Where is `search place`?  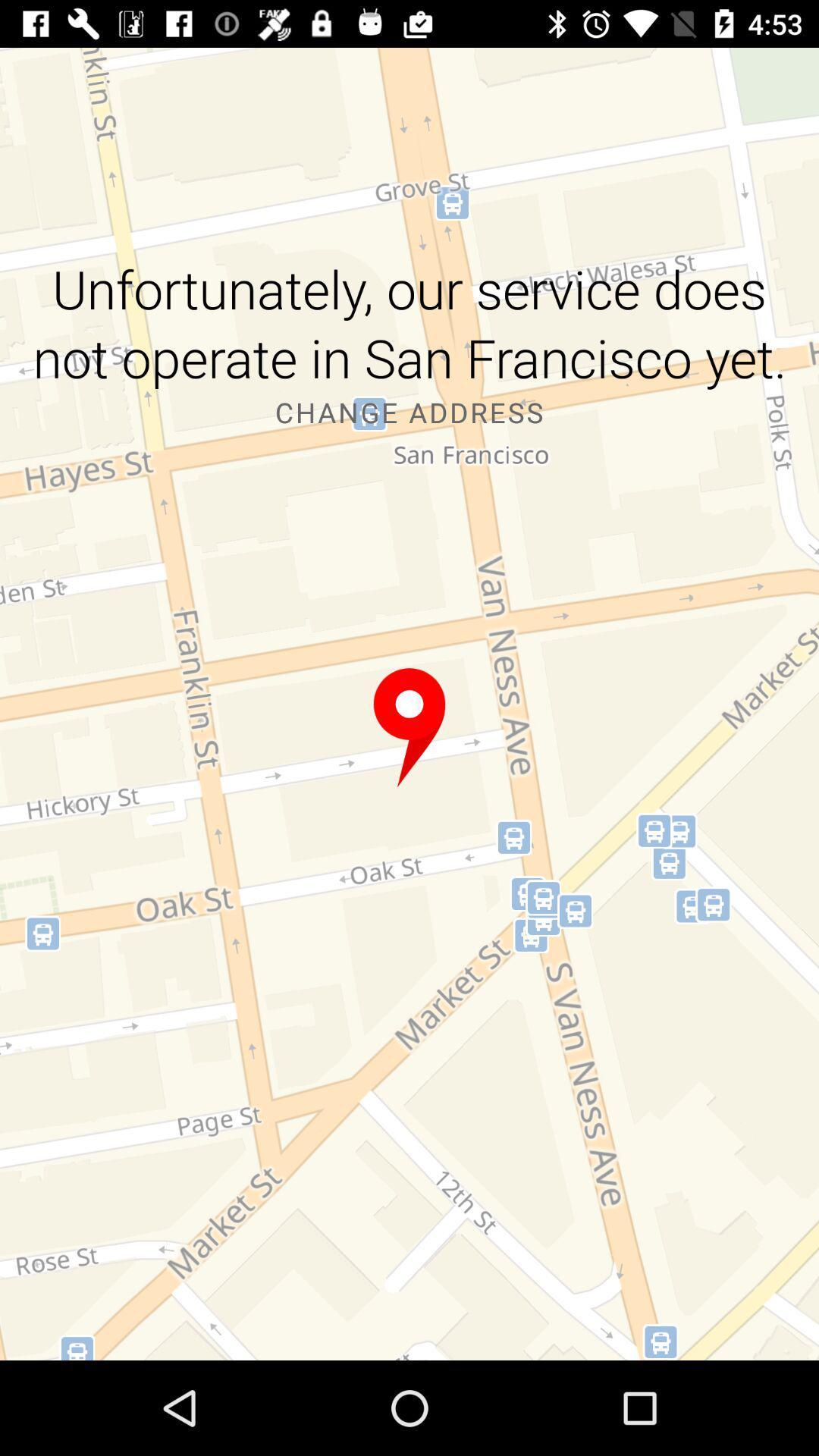
search place is located at coordinates (409, 728).